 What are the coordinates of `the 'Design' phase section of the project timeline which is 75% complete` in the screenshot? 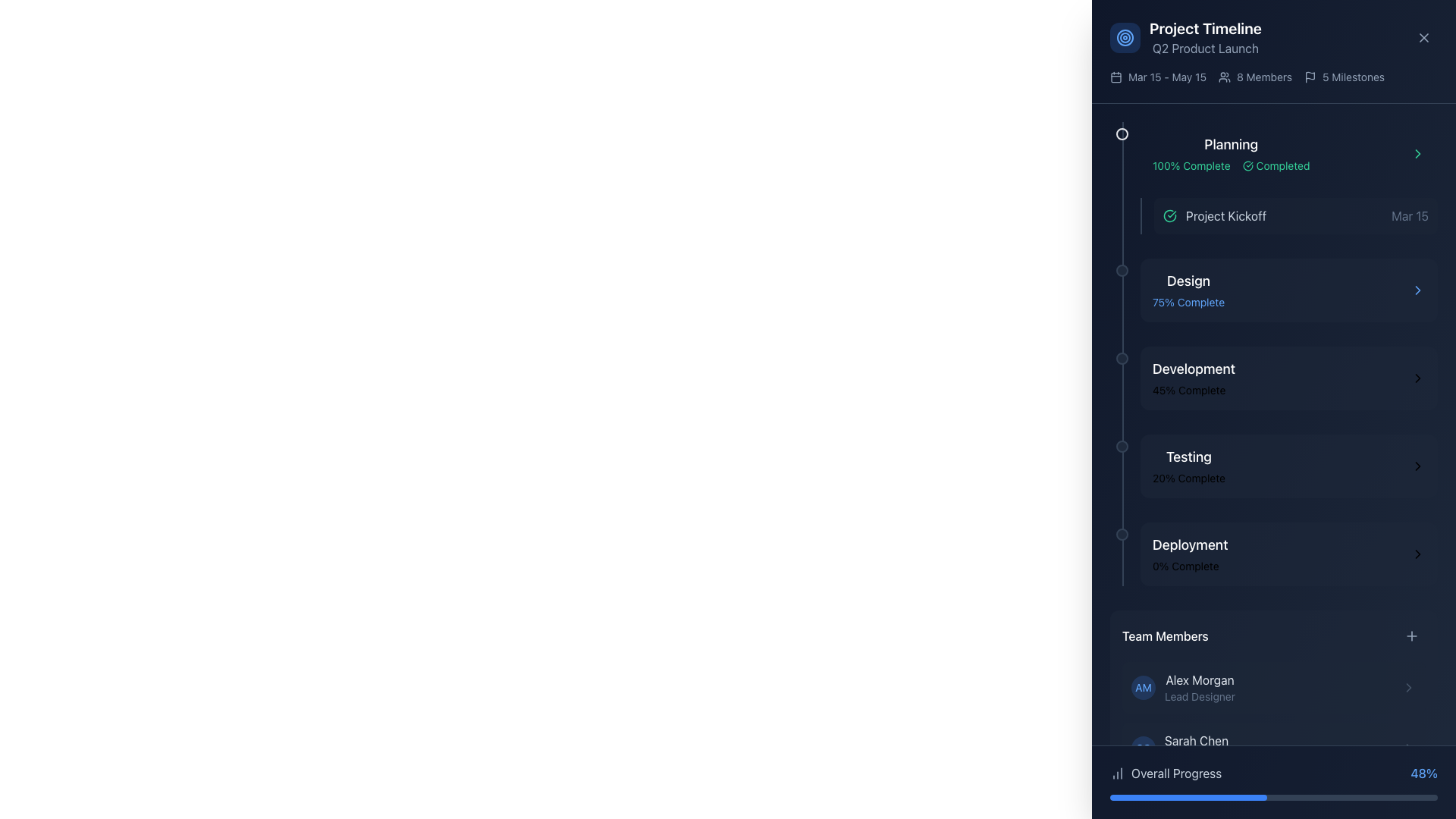 It's located at (1288, 290).